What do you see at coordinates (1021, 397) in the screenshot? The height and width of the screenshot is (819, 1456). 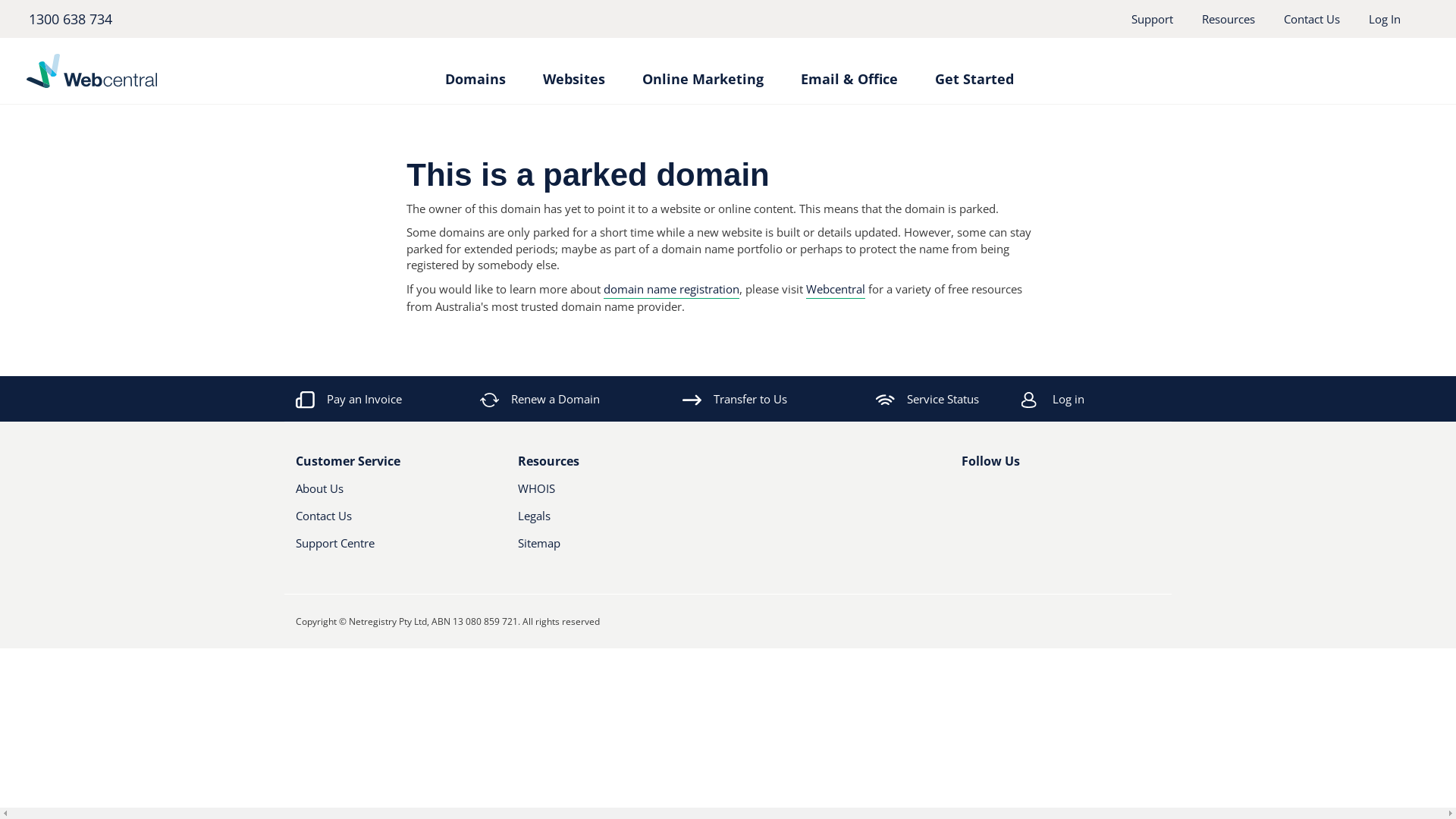 I see `'Log in'` at bounding box center [1021, 397].